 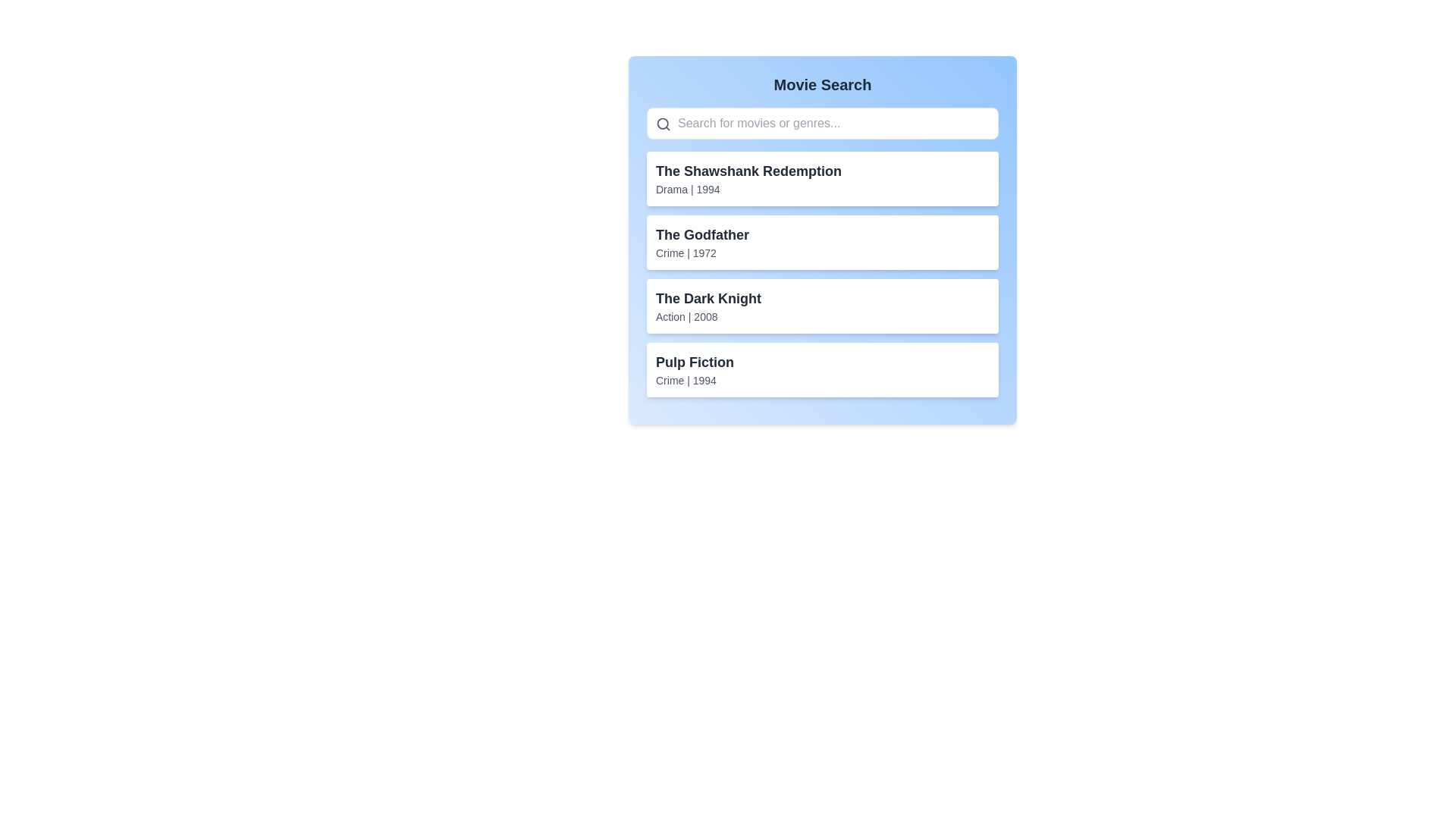 What do you see at coordinates (701, 253) in the screenshot?
I see `the informational text label that provides details about the genre and release year of the movie 'The Godfather', which is positioned directly beneath the title within the second entry of the movie list` at bounding box center [701, 253].